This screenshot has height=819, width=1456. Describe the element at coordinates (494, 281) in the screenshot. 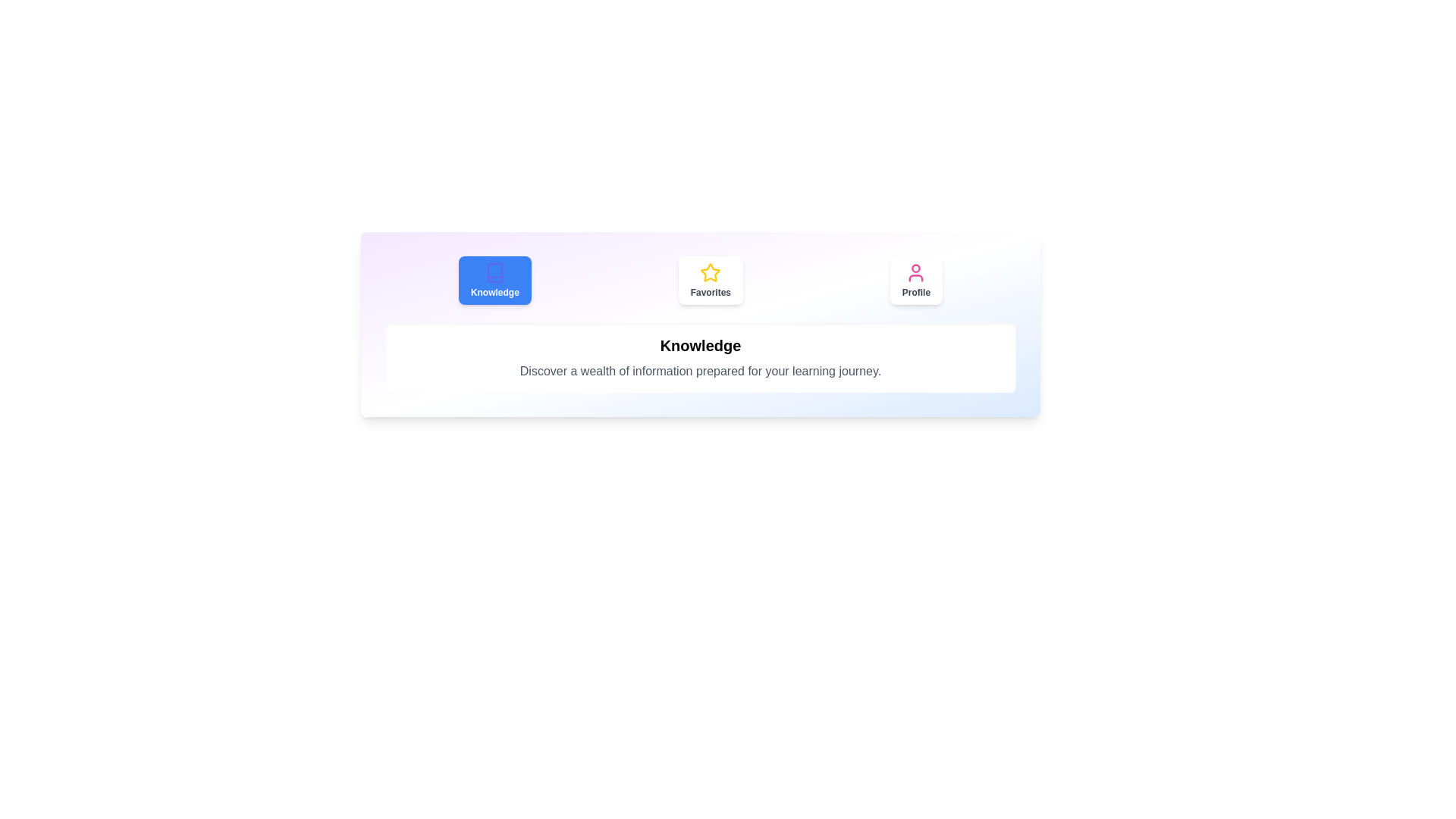

I see `the button labeled Knowledge to observe its hover effect` at that location.